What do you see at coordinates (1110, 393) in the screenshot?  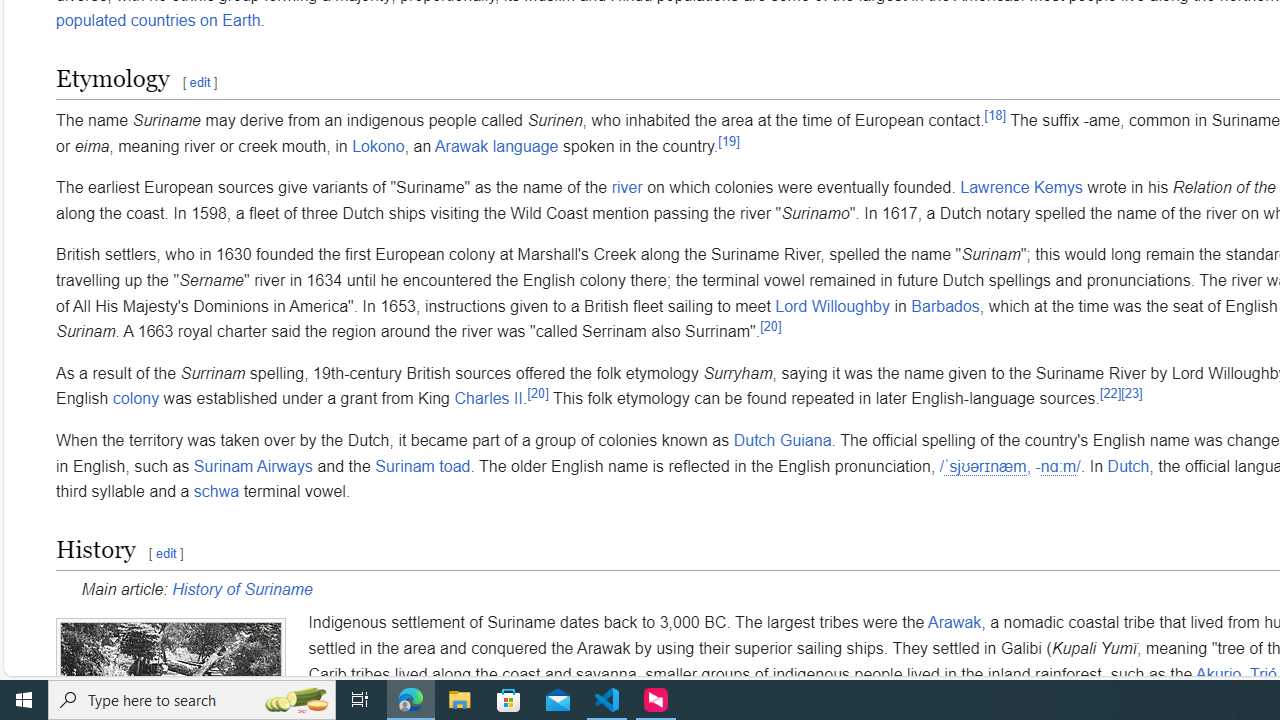 I see `'[22]'` at bounding box center [1110, 393].